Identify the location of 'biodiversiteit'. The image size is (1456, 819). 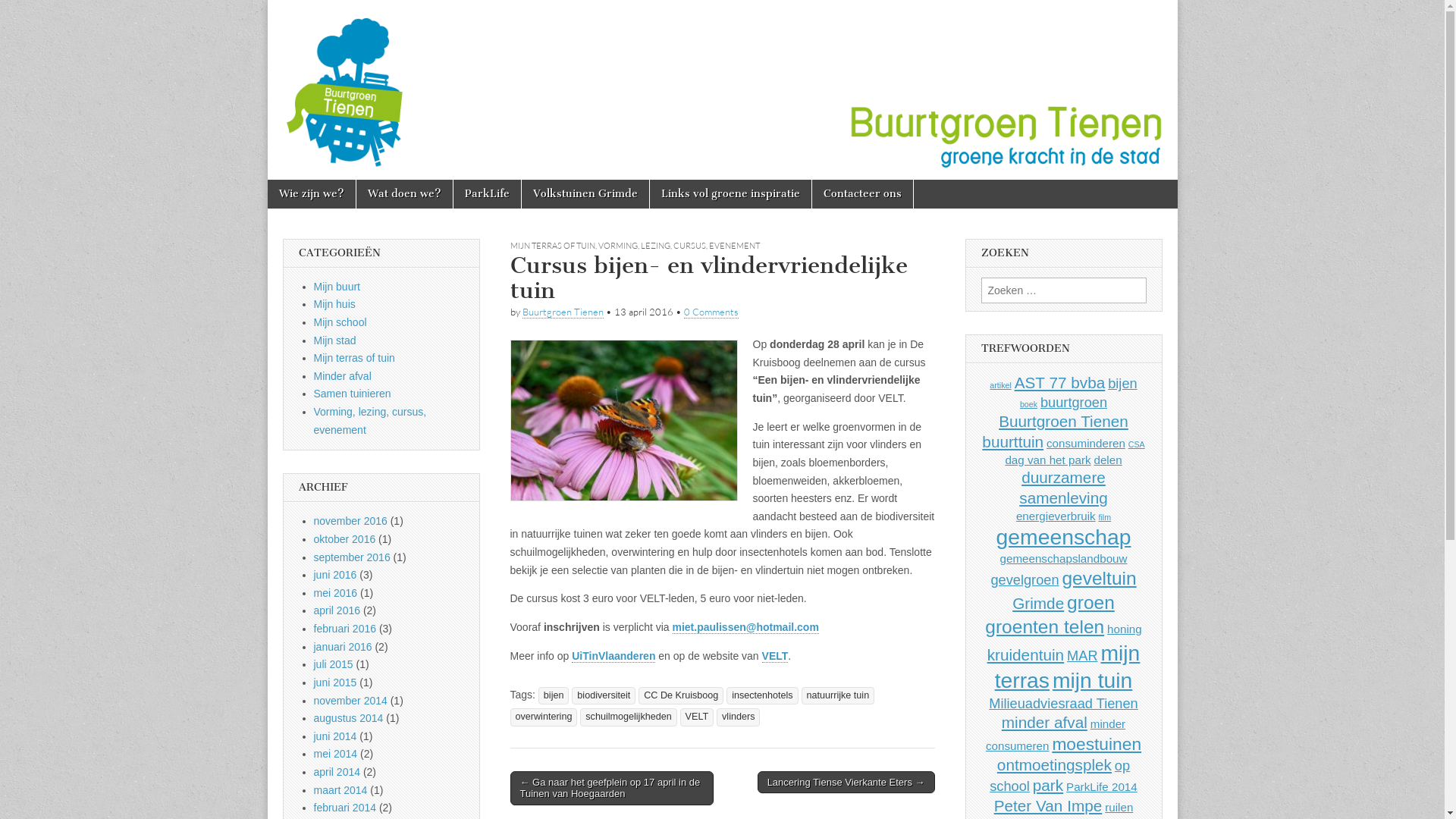
(570, 695).